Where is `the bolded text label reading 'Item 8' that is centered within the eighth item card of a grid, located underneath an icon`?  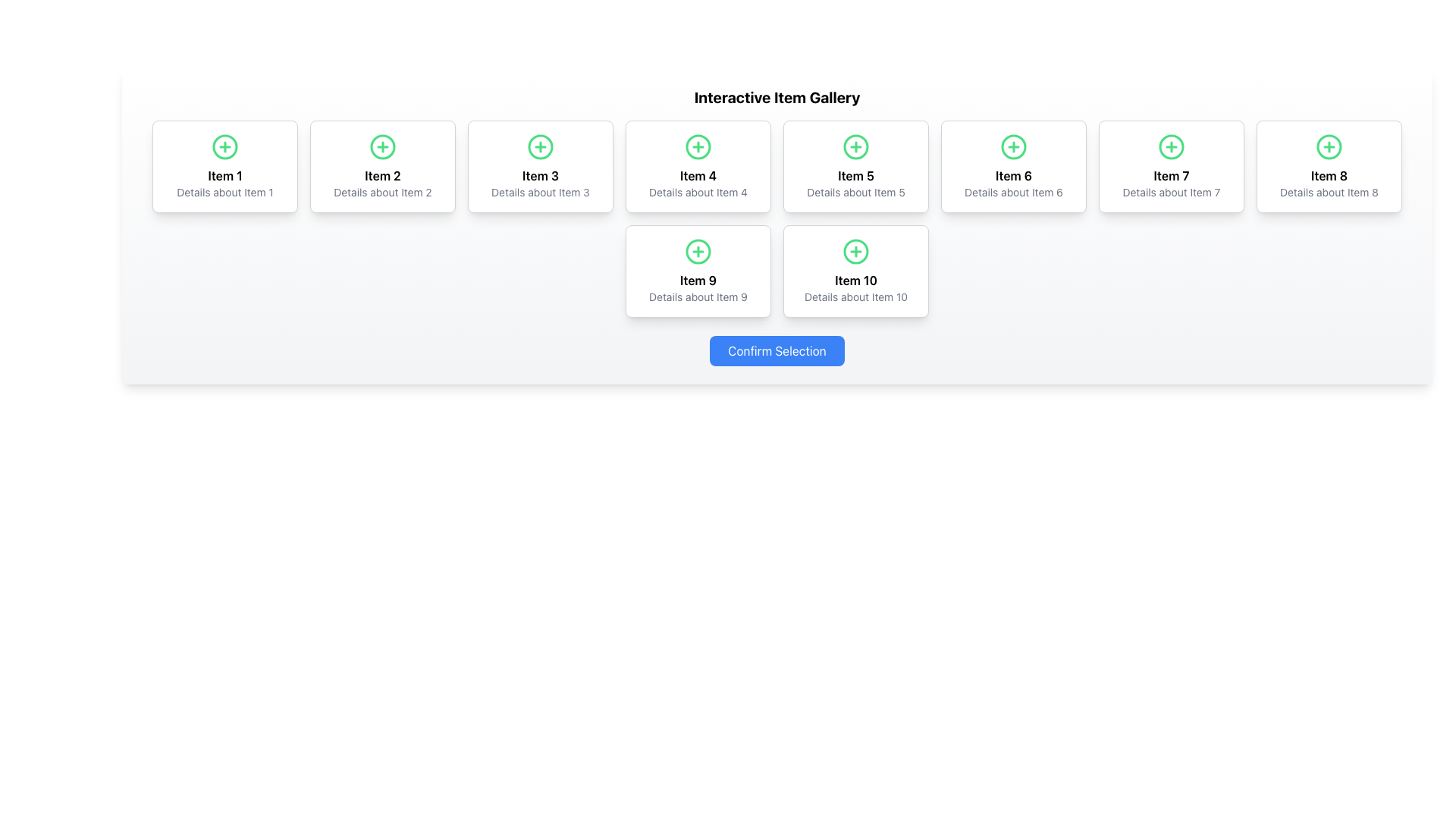 the bolded text label reading 'Item 8' that is centered within the eighth item card of a grid, located underneath an icon is located at coordinates (1328, 174).